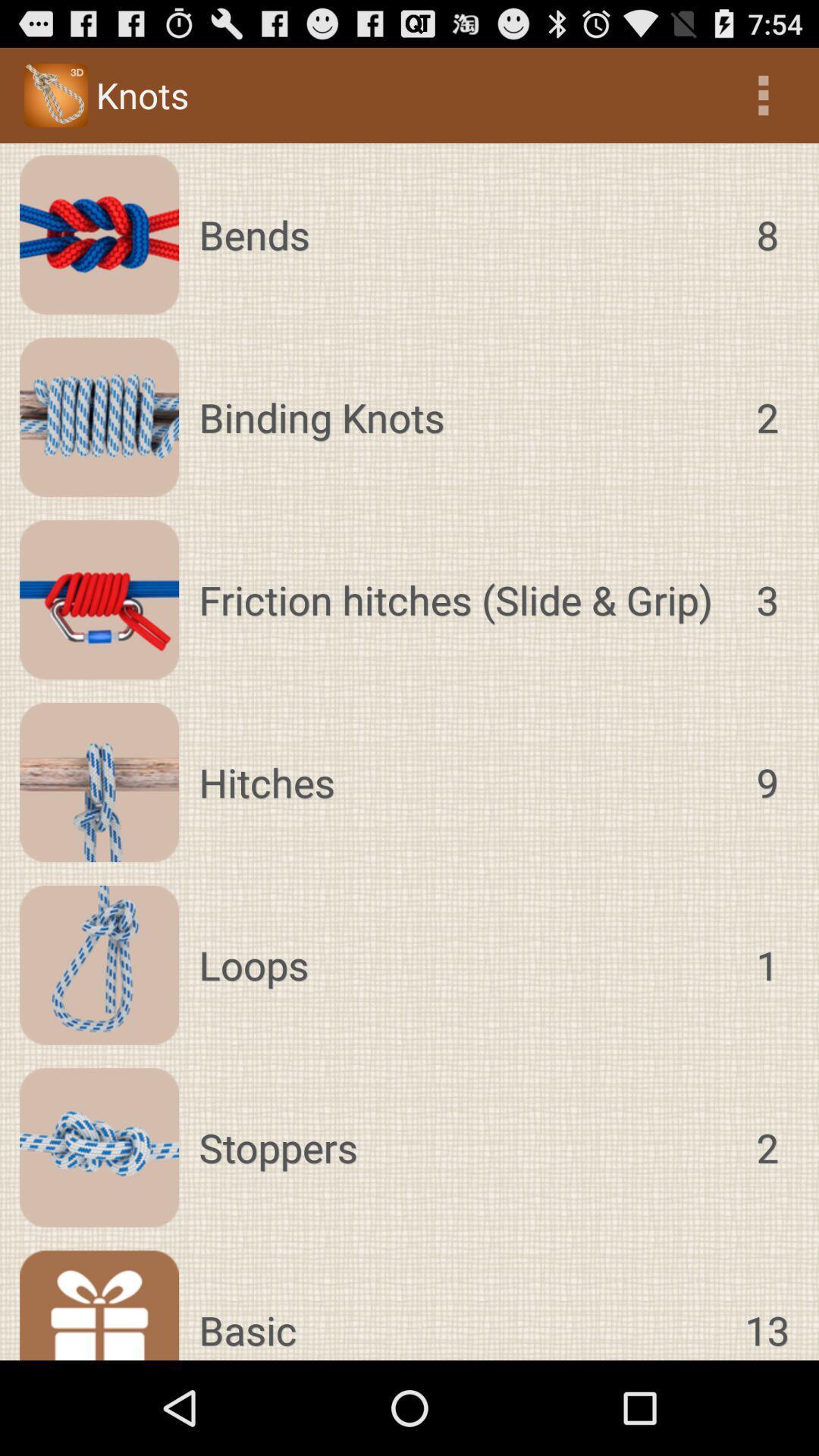  What do you see at coordinates (462, 417) in the screenshot?
I see `app below bends icon` at bounding box center [462, 417].